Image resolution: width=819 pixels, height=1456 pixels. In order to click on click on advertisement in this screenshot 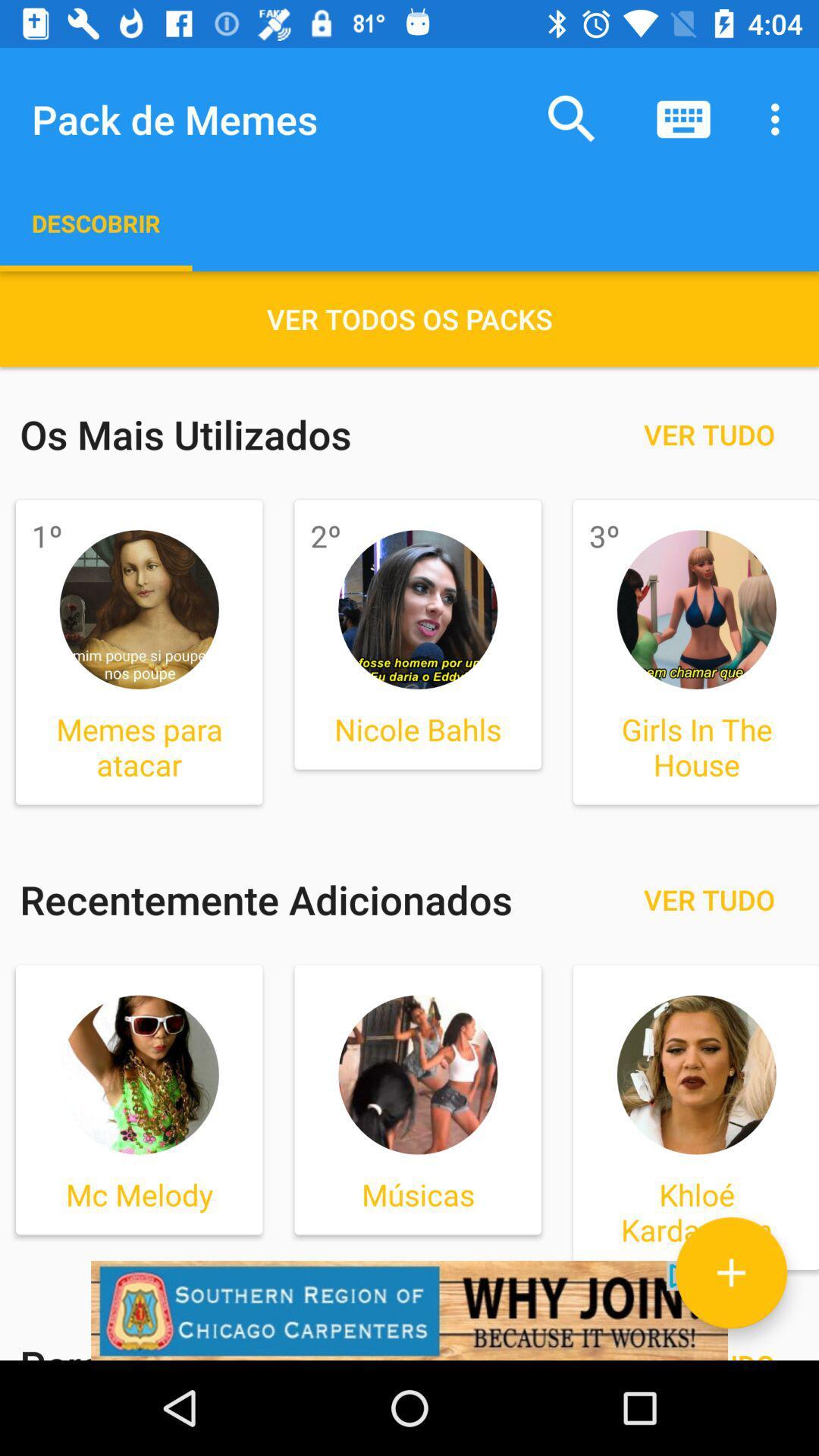, I will do `click(409, 1310)`.